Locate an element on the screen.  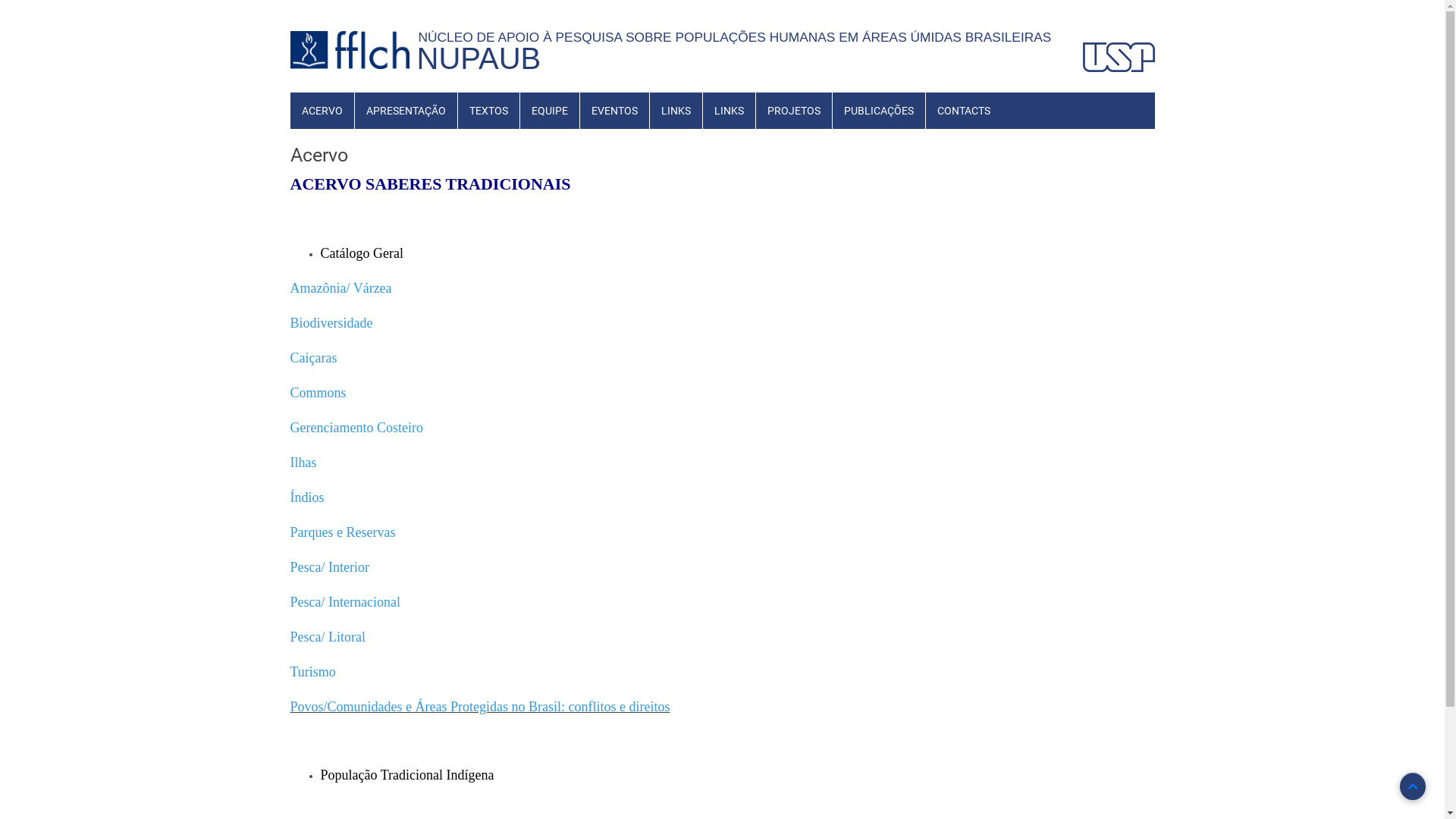
'Pesca/ Litoral' is located at coordinates (326, 638).